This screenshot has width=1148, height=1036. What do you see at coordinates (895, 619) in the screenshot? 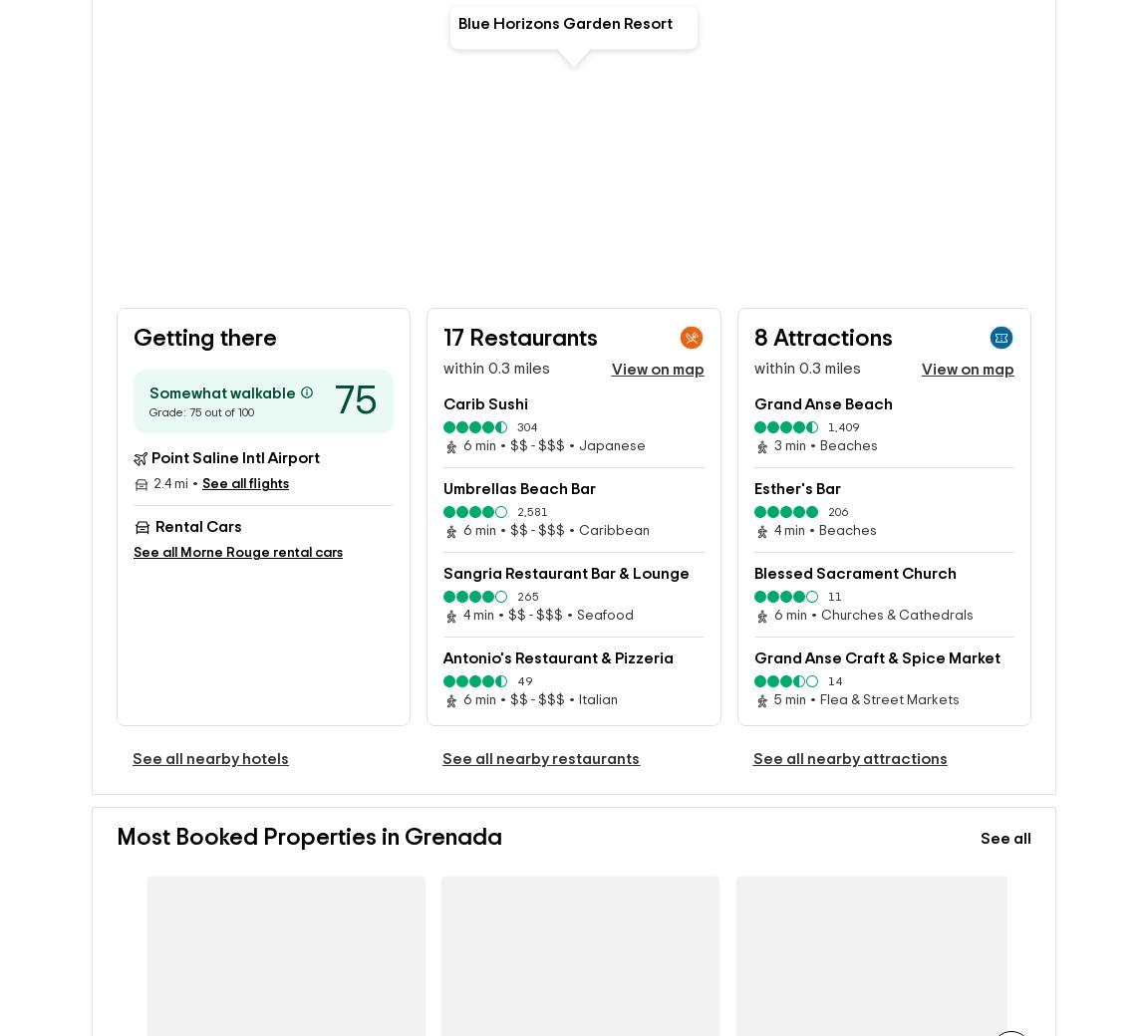
I see `'Churches & Cathedrals'` at bounding box center [895, 619].